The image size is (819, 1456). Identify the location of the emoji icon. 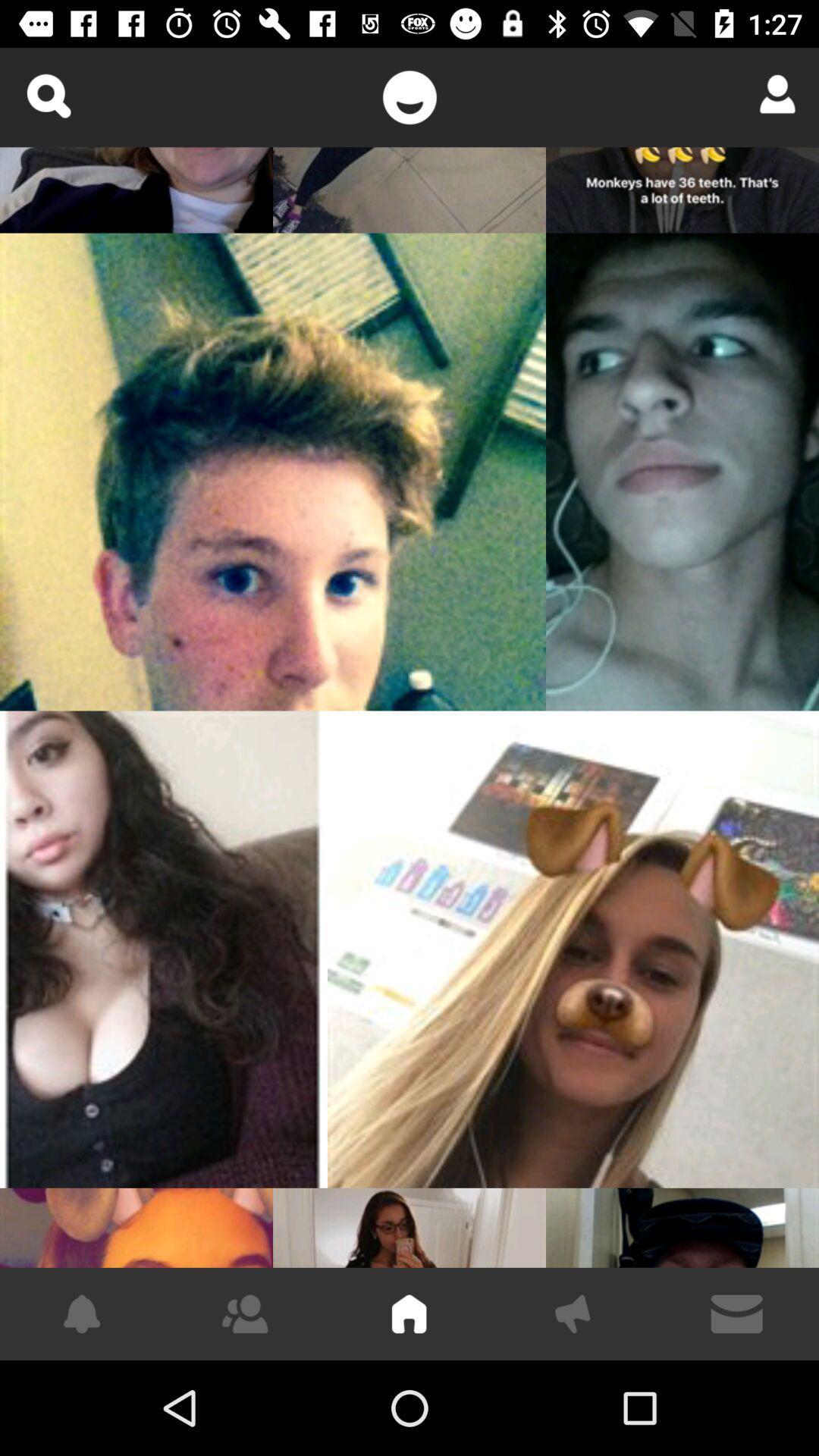
(409, 96).